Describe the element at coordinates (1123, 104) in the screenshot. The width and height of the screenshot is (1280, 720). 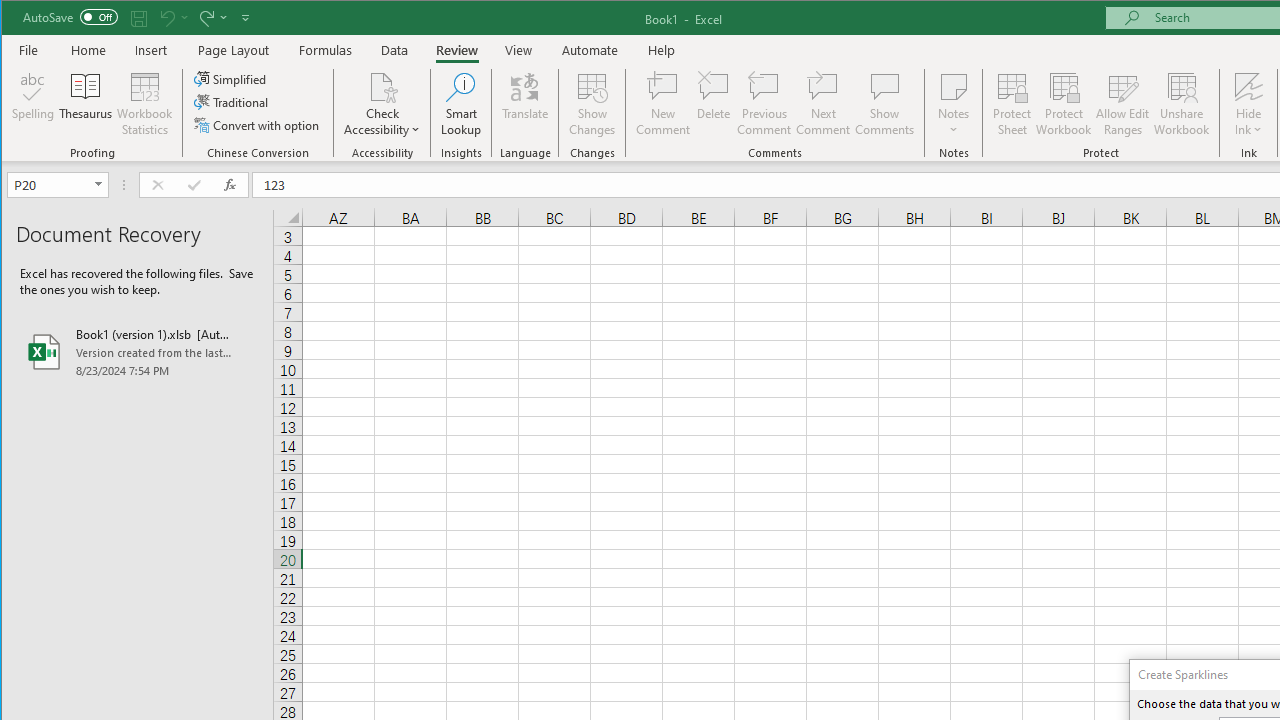
I see `'Allow Edit Ranges'` at that location.